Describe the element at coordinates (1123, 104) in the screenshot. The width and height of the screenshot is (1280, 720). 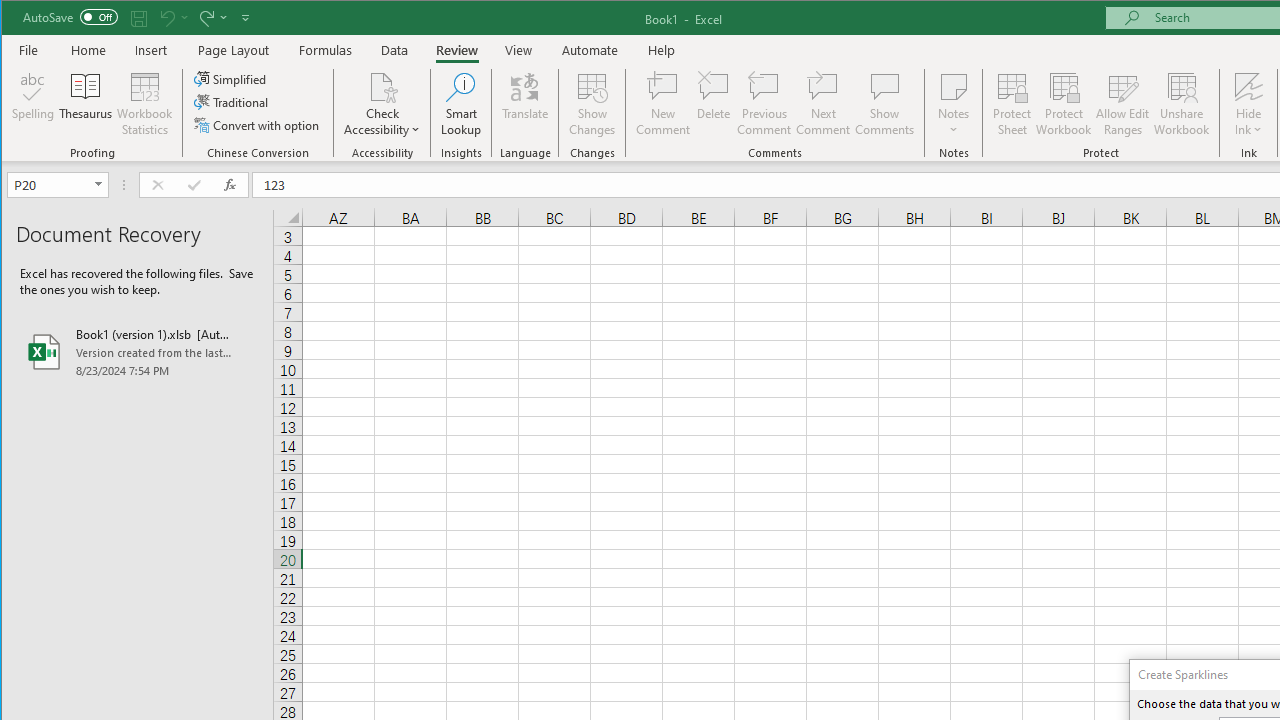
I see `'Allow Edit Ranges'` at that location.